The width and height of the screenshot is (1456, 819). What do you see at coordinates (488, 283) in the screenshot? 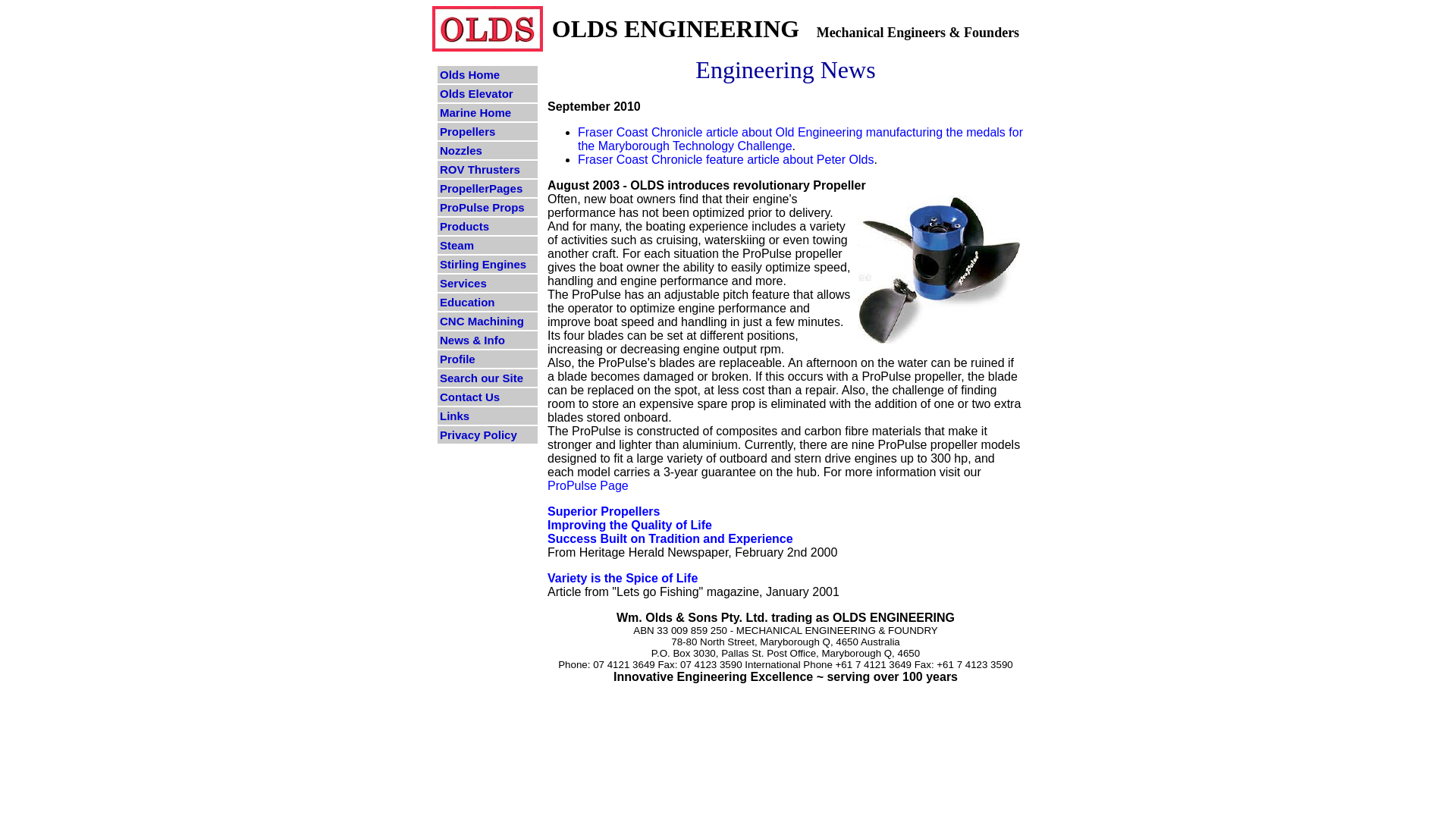
I see `'Services'` at bounding box center [488, 283].